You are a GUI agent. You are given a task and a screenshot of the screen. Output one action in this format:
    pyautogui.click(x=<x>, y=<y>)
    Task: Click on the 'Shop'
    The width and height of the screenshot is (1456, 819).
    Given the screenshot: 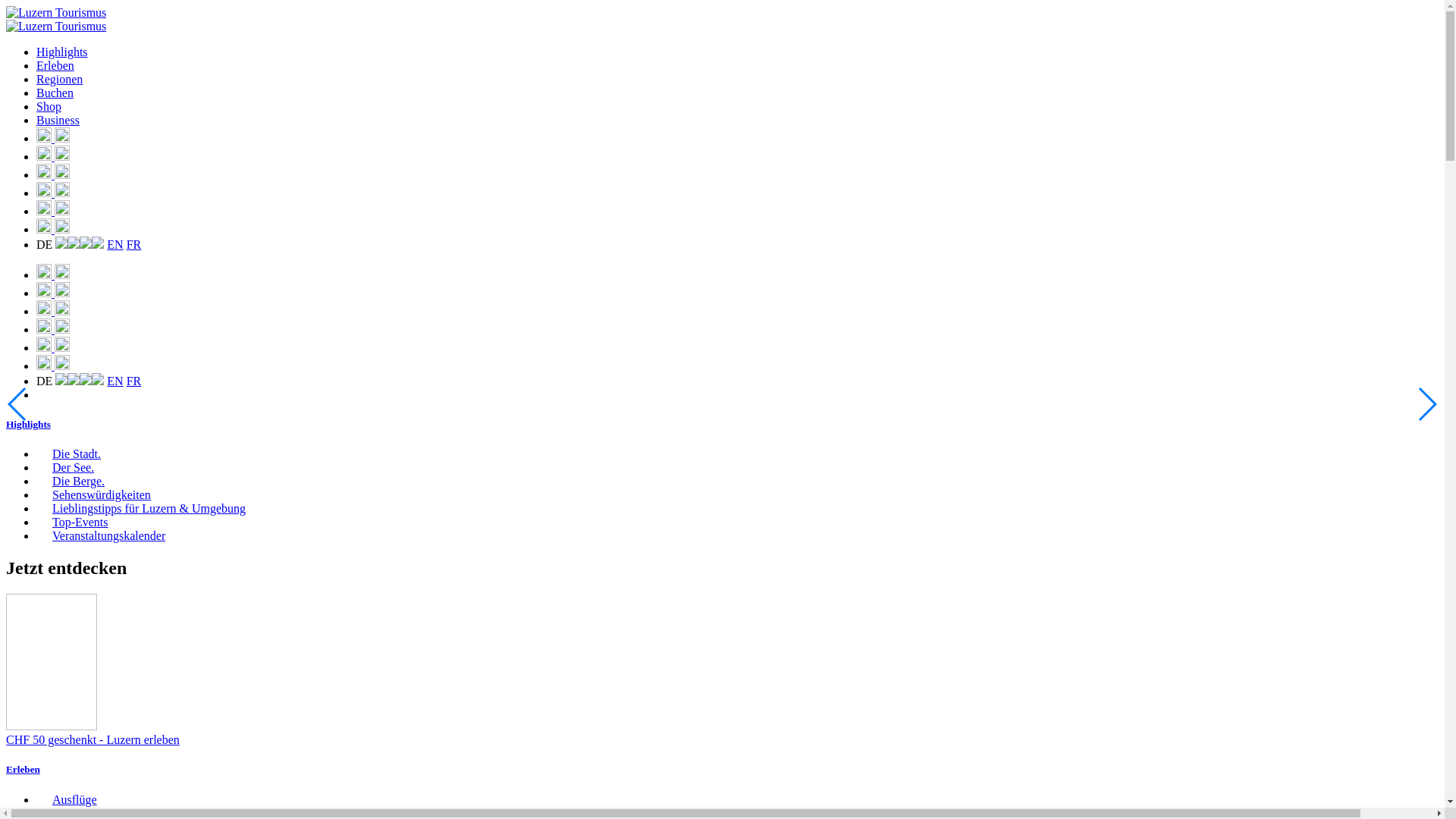 What is the action you would take?
    pyautogui.click(x=49, y=105)
    